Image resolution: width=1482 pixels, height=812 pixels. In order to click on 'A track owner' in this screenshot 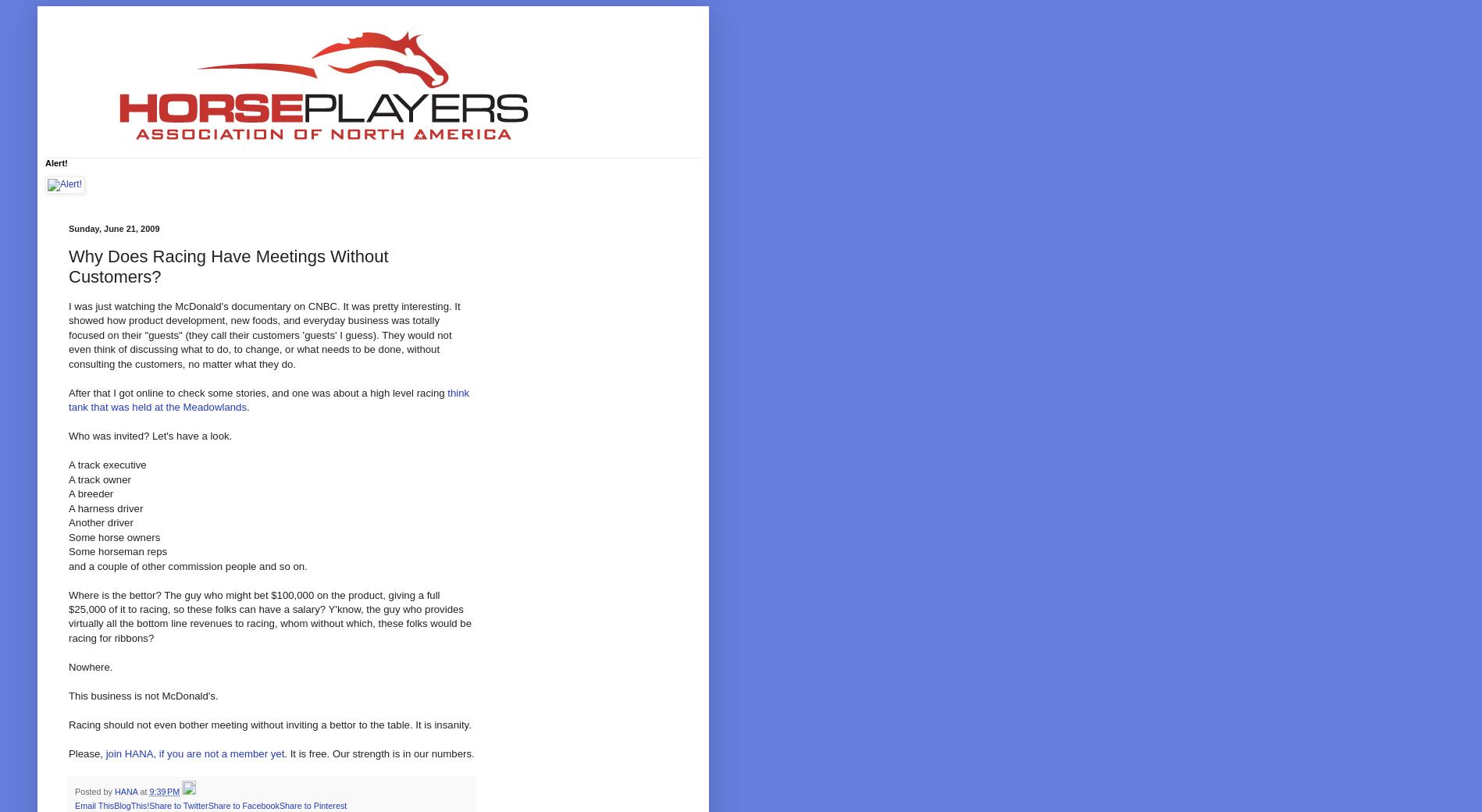, I will do `click(99, 478)`.